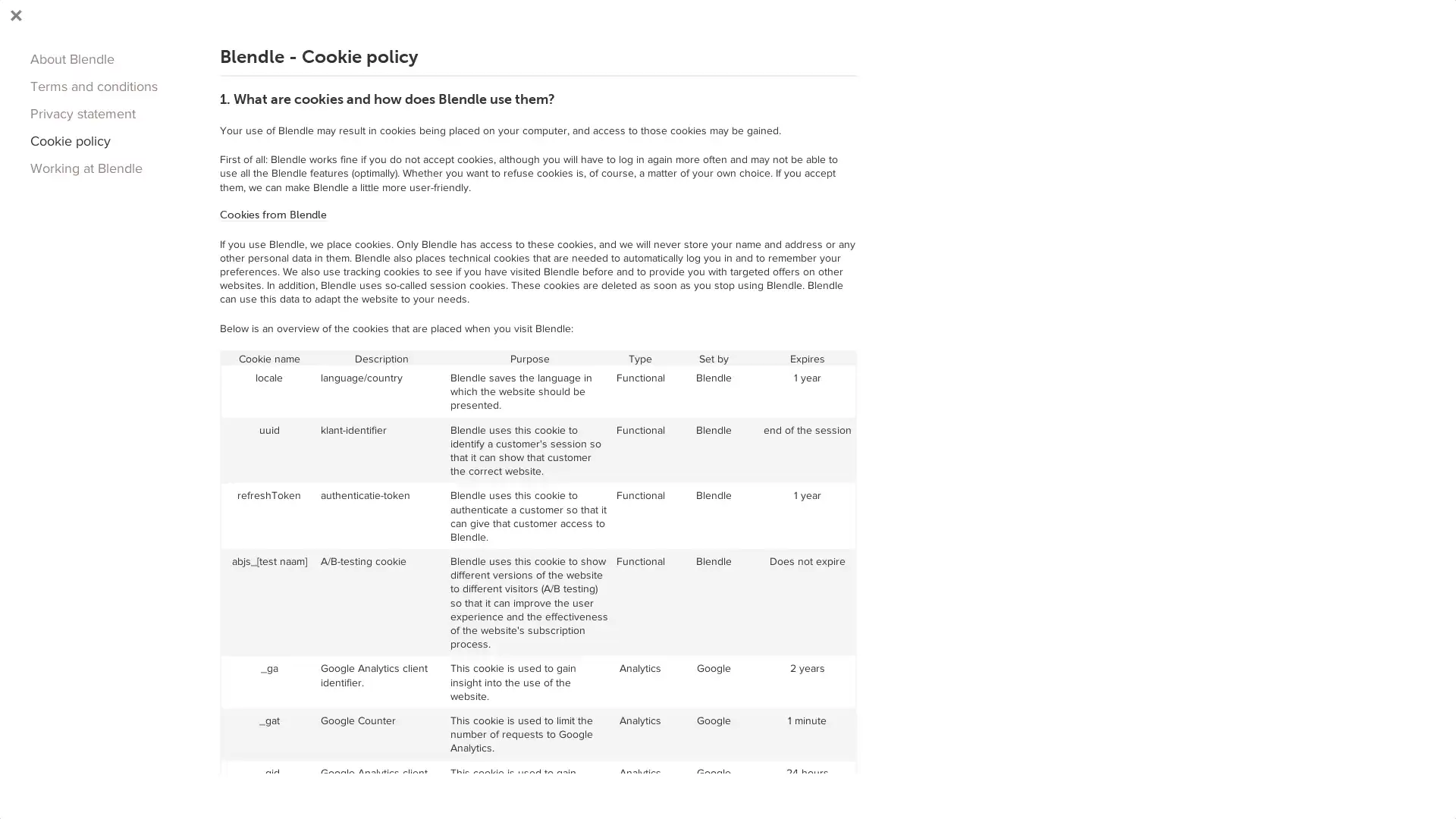 This screenshot has width=1456, height=819. Describe the element at coordinates (1076, 780) in the screenshot. I see `Let's not` at that location.